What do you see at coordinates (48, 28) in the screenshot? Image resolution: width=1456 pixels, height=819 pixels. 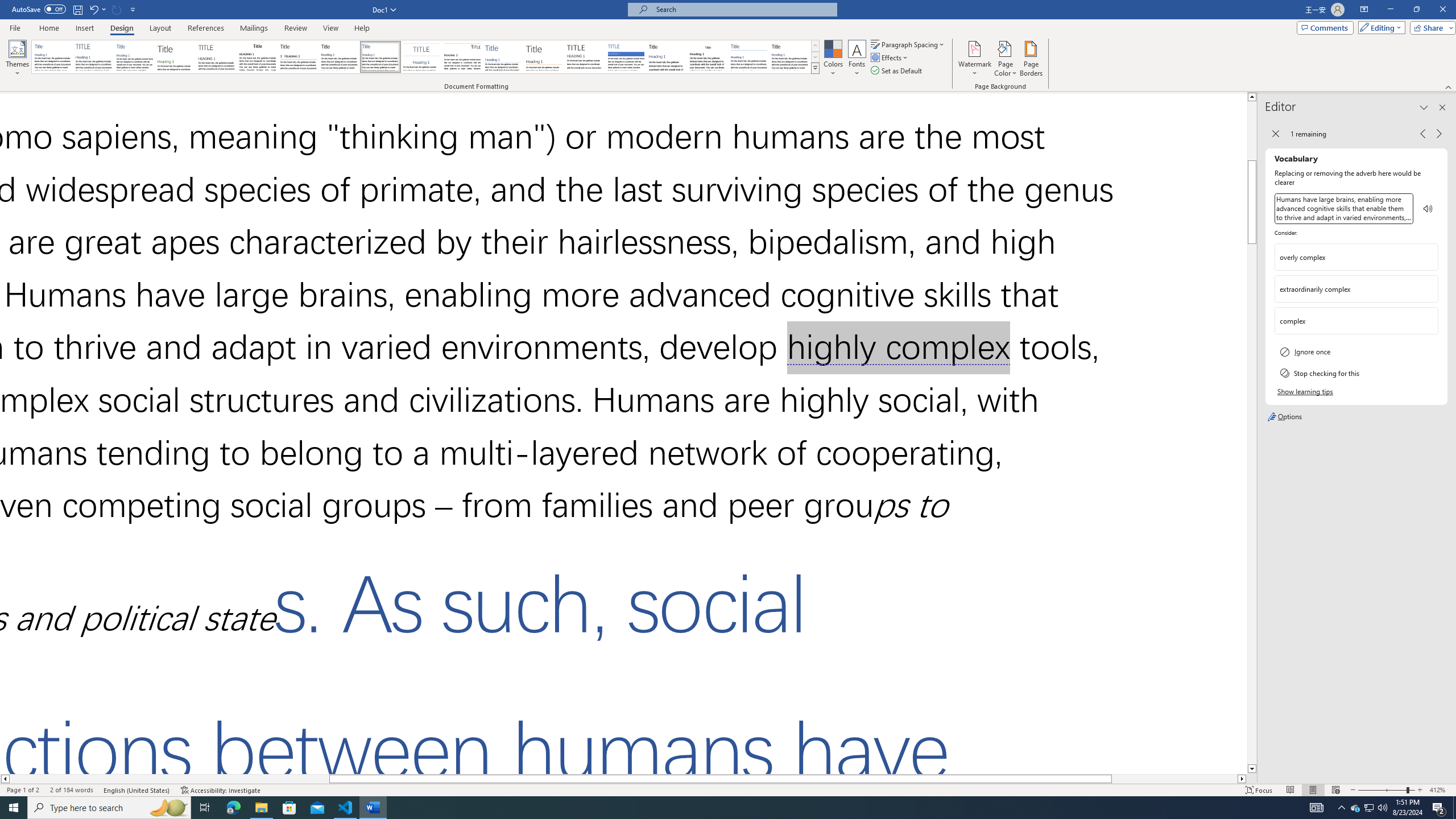 I see `'Home'` at bounding box center [48, 28].